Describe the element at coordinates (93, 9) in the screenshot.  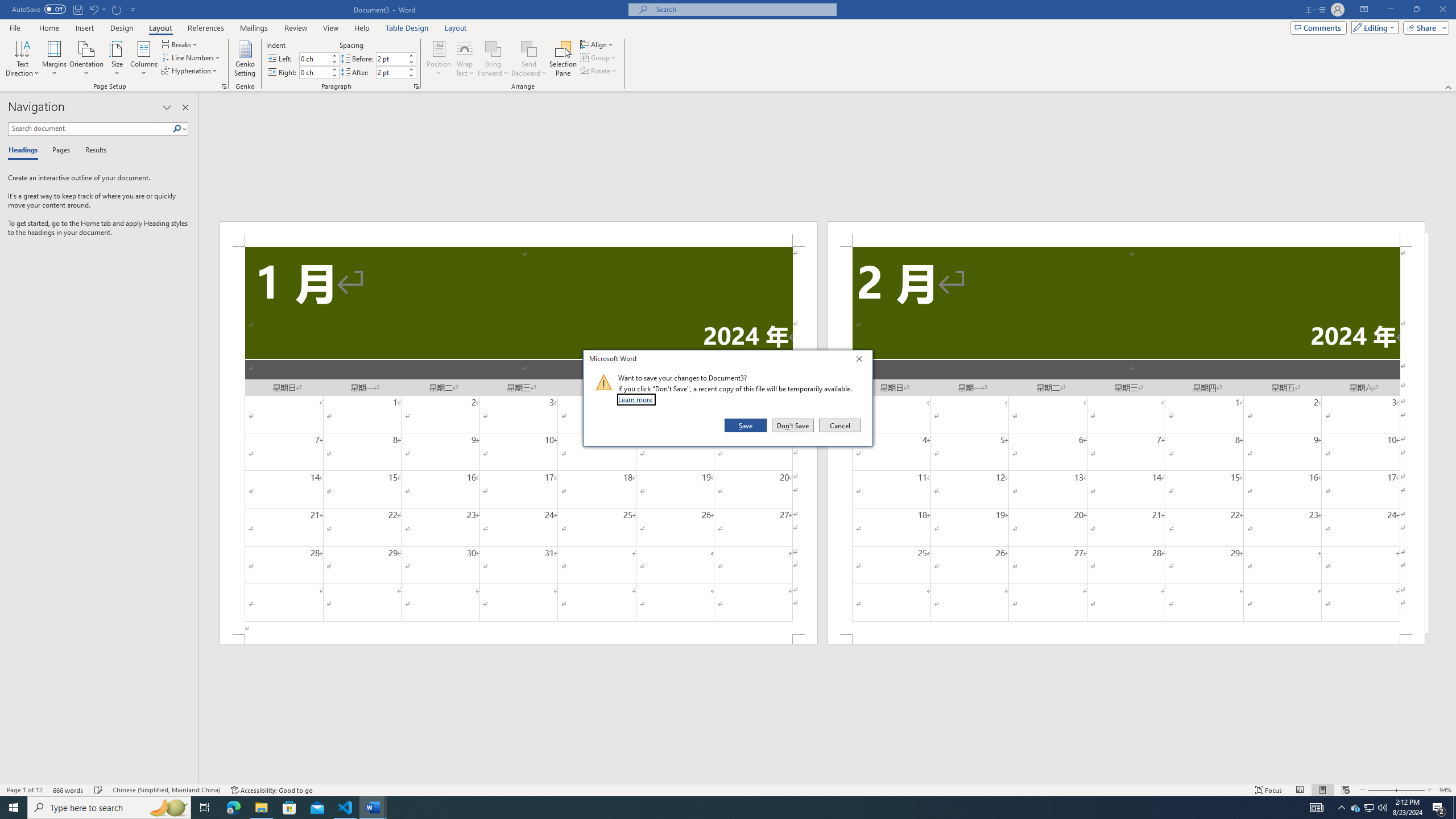
I see `'Undo Increase Indent'` at that location.